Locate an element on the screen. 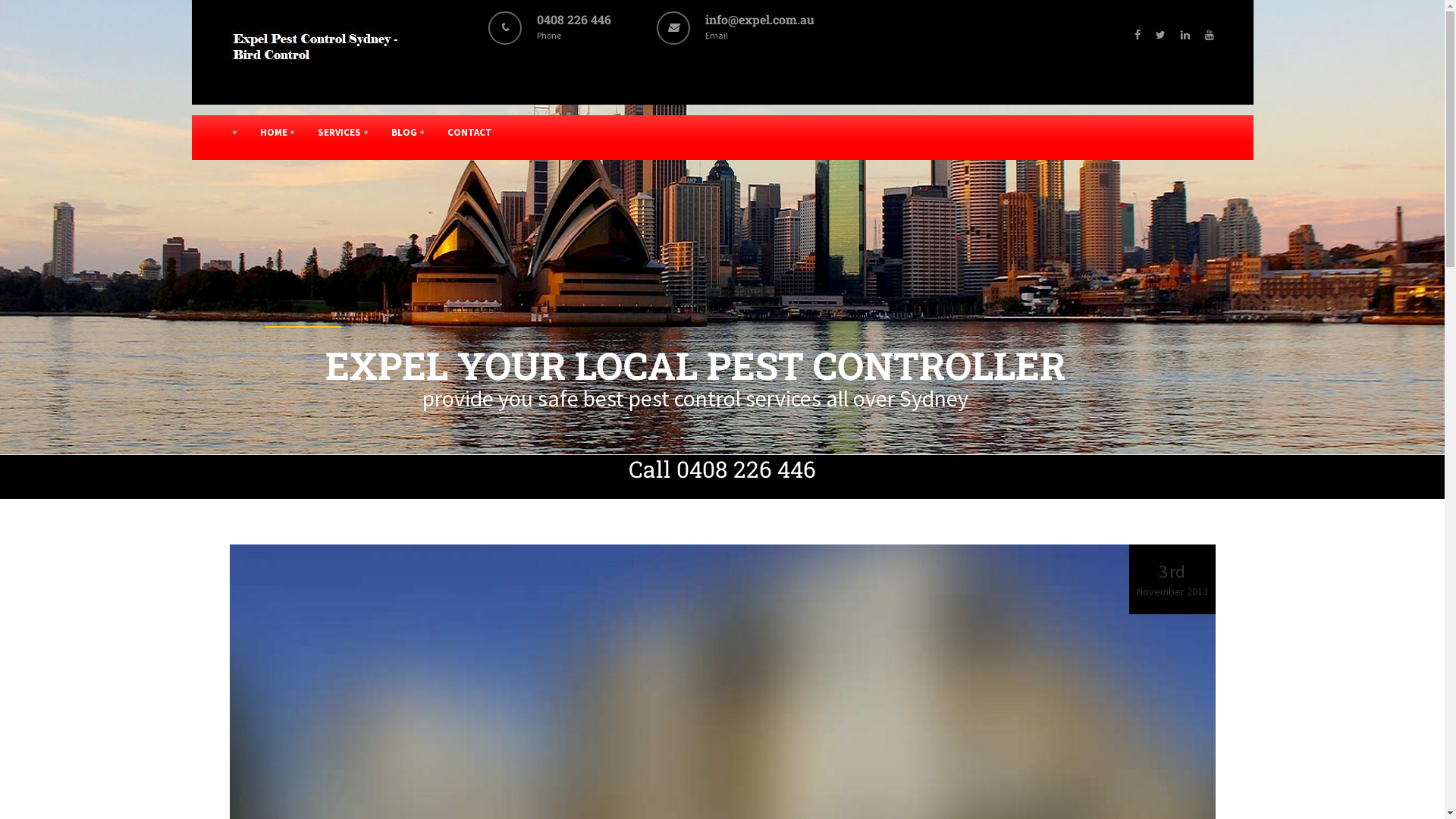 This screenshot has height=819, width=1456. 'BLOG' is located at coordinates (403, 131).